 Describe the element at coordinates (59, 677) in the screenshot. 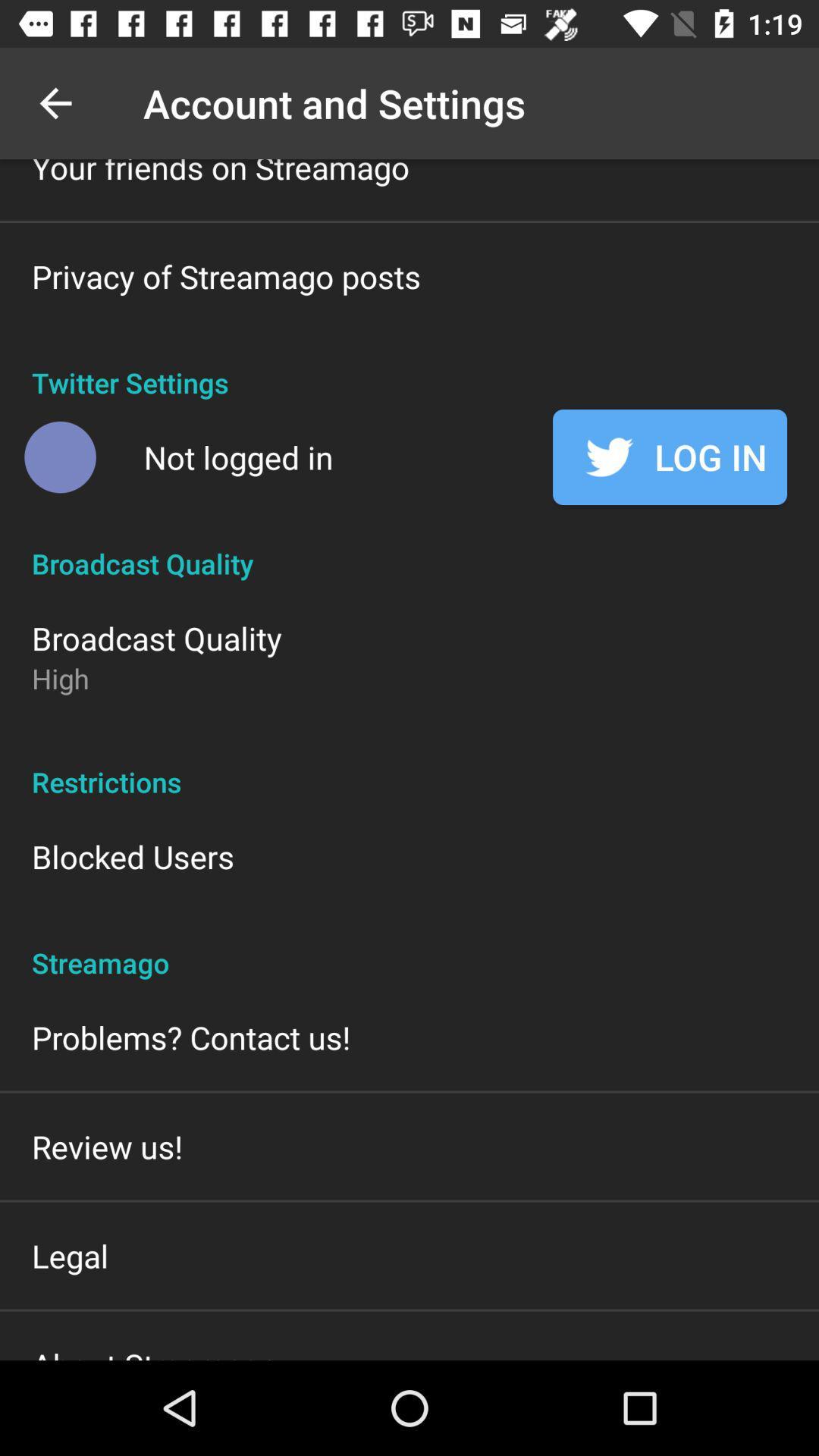

I see `high` at that location.